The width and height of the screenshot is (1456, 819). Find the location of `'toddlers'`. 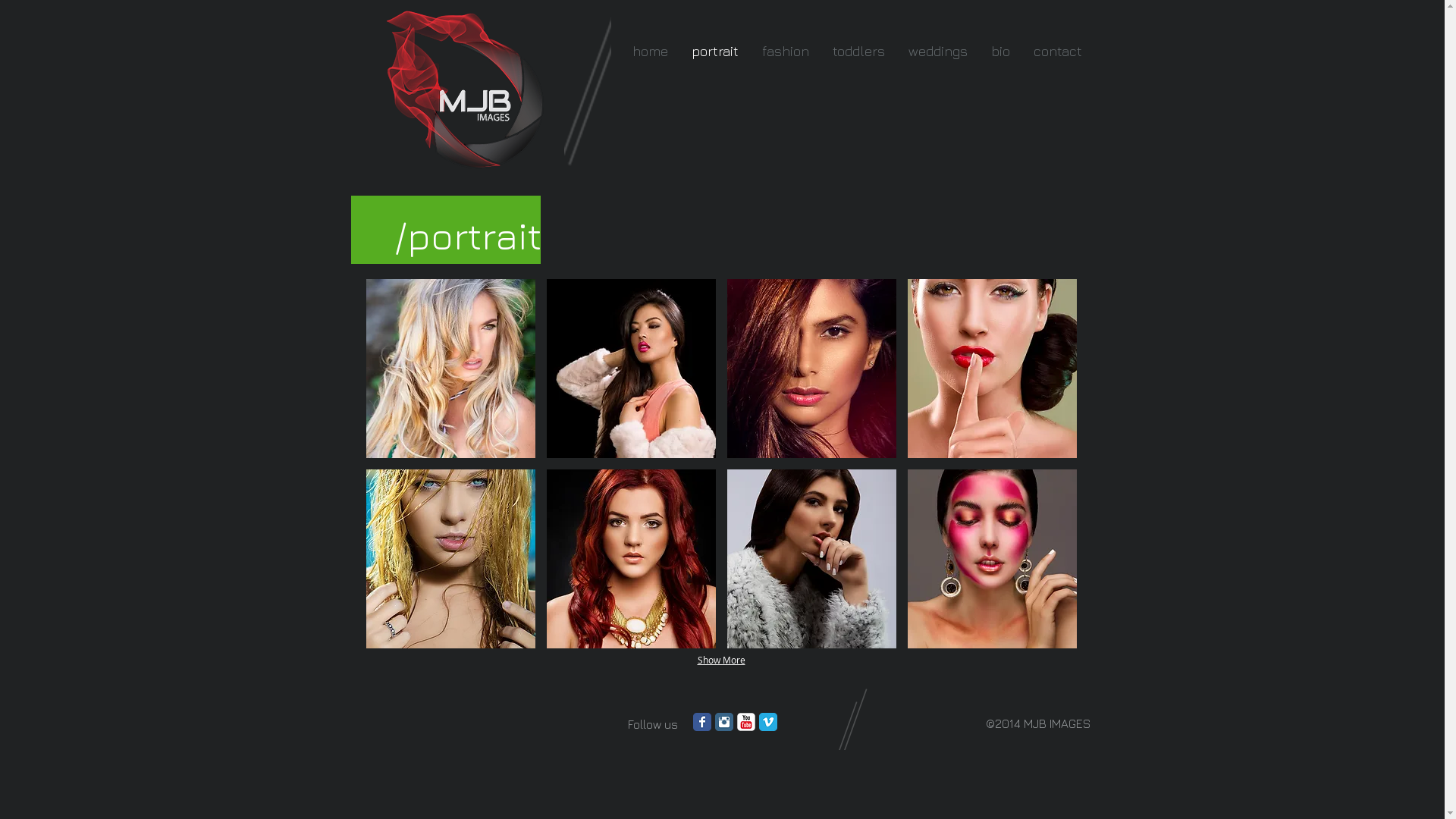

'toddlers' is located at coordinates (858, 50).